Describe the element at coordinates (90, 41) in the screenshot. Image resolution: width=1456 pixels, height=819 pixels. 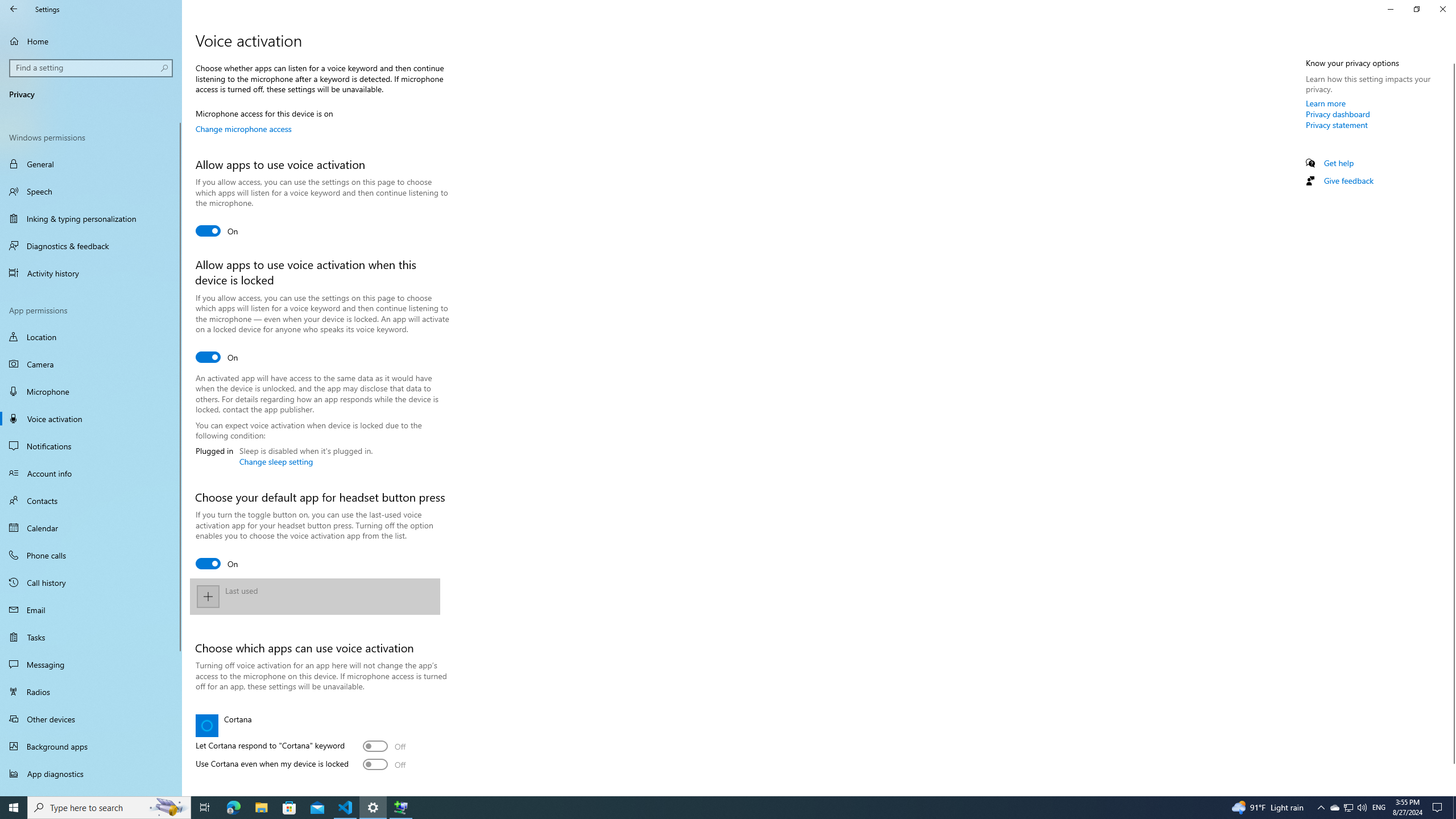
I see `'Home'` at that location.